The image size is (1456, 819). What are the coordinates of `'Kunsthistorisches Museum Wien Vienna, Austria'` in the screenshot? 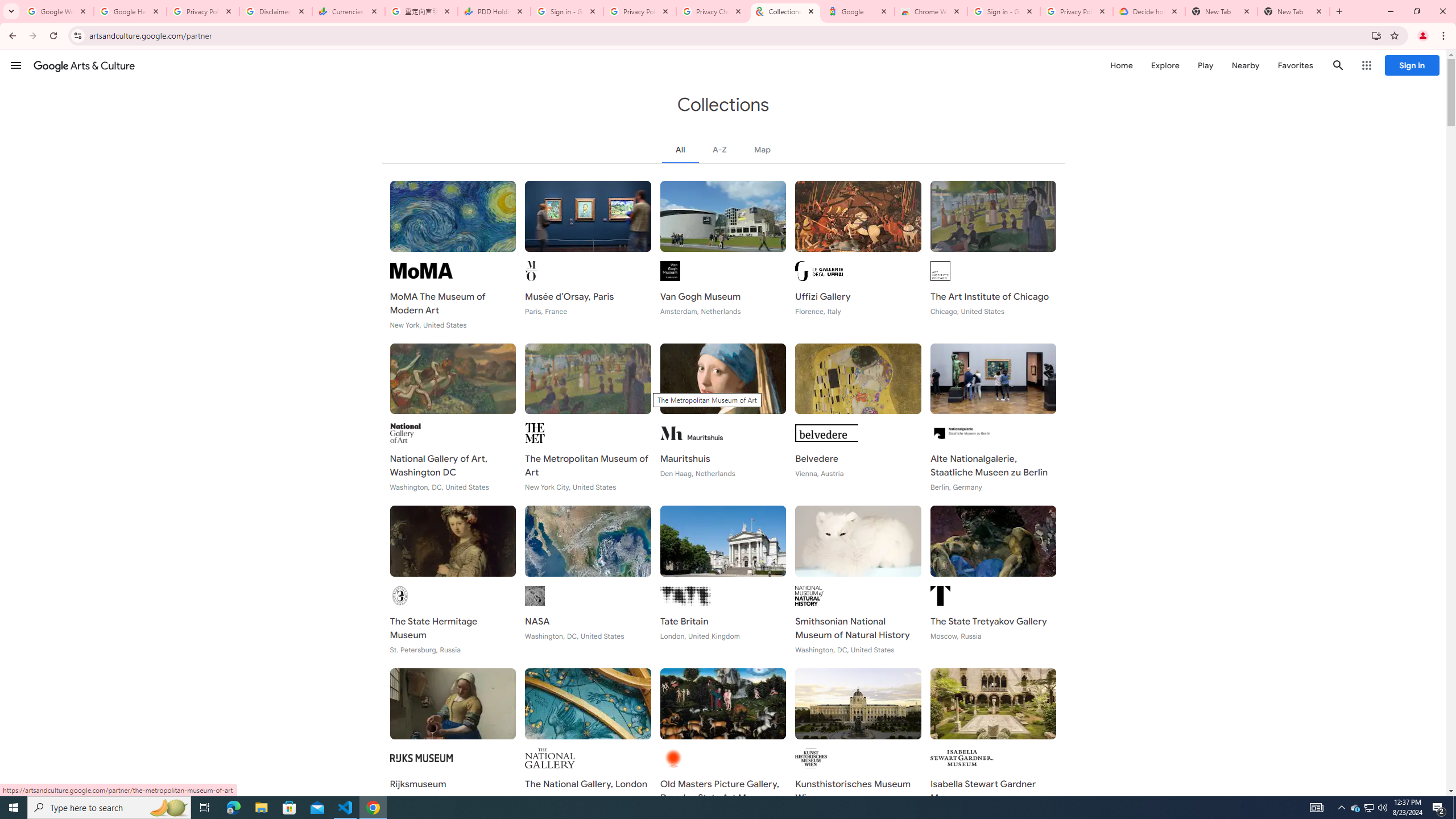 It's located at (858, 742).